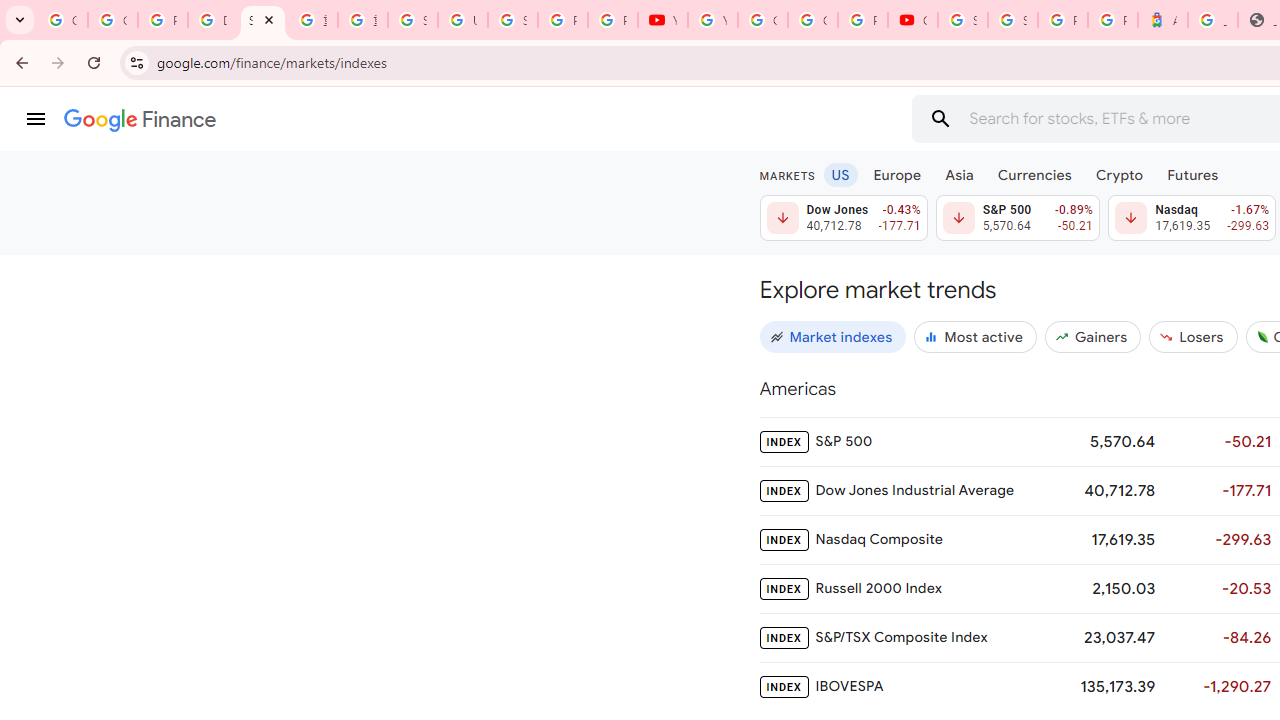 The width and height of the screenshot is (1280, 720). Describe the element at coordinates (896, 173) in the screenshot. I see `'Europe'` at that location.